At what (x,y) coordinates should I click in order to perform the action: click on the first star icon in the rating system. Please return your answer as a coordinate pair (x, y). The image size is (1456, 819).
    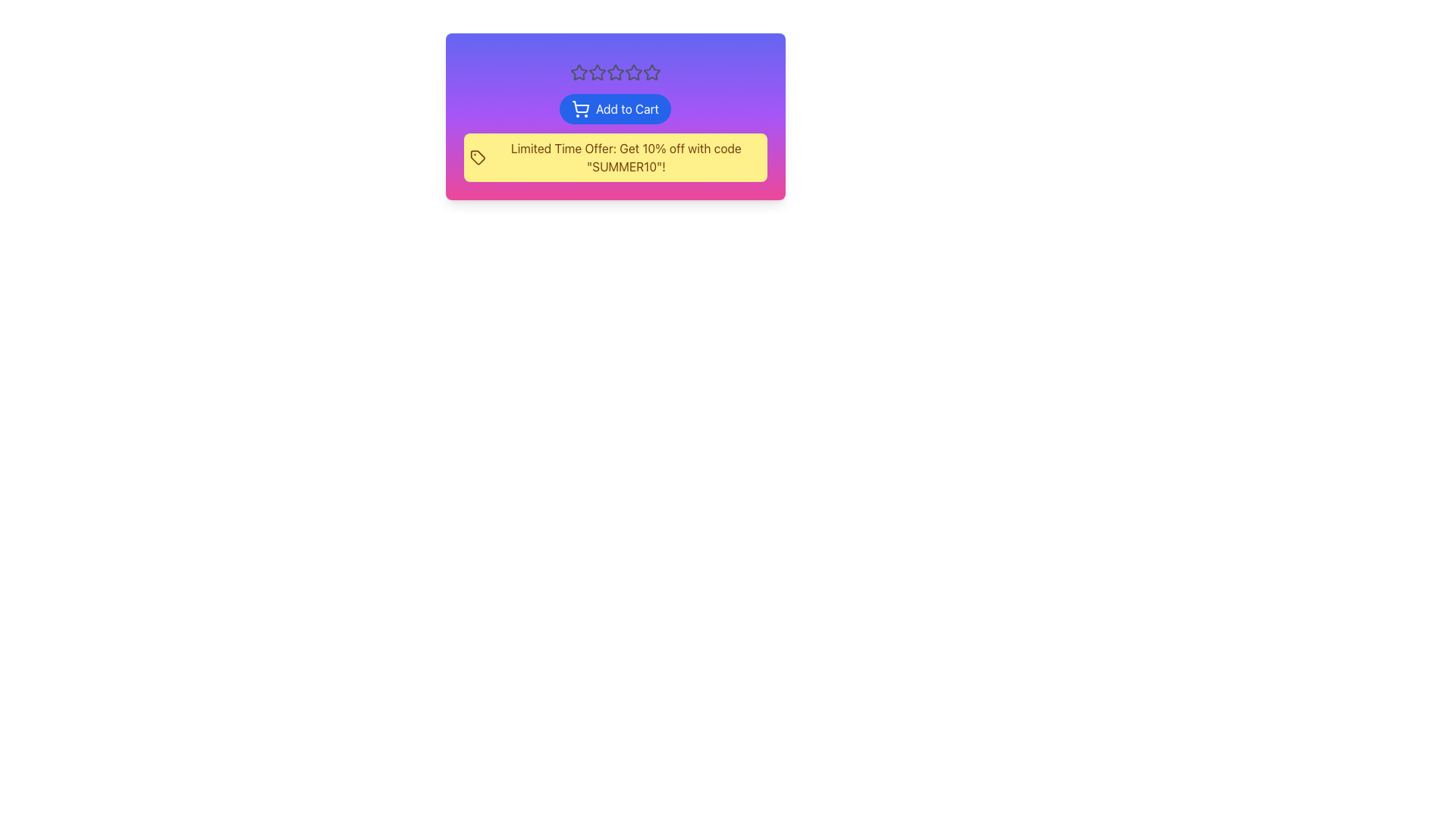
    Looking at the image, I should click on (578, 72).